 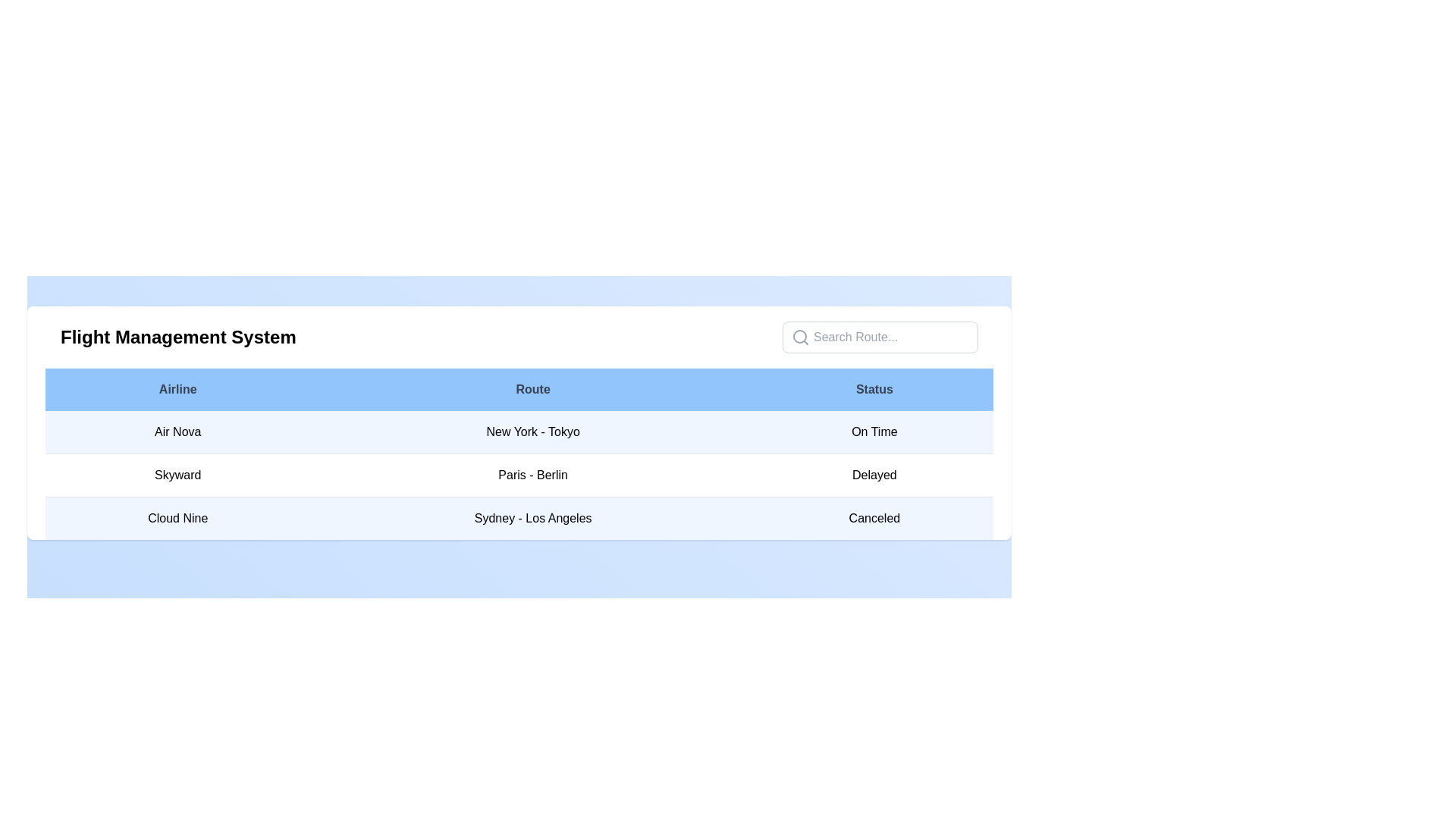 What do you see at coordinates (177, 388) in the screenshot?
I see `the static text label displaying 'Airline', which is the first header in the table's top-left section, on a light blue background` at bounding box center [177, 388].